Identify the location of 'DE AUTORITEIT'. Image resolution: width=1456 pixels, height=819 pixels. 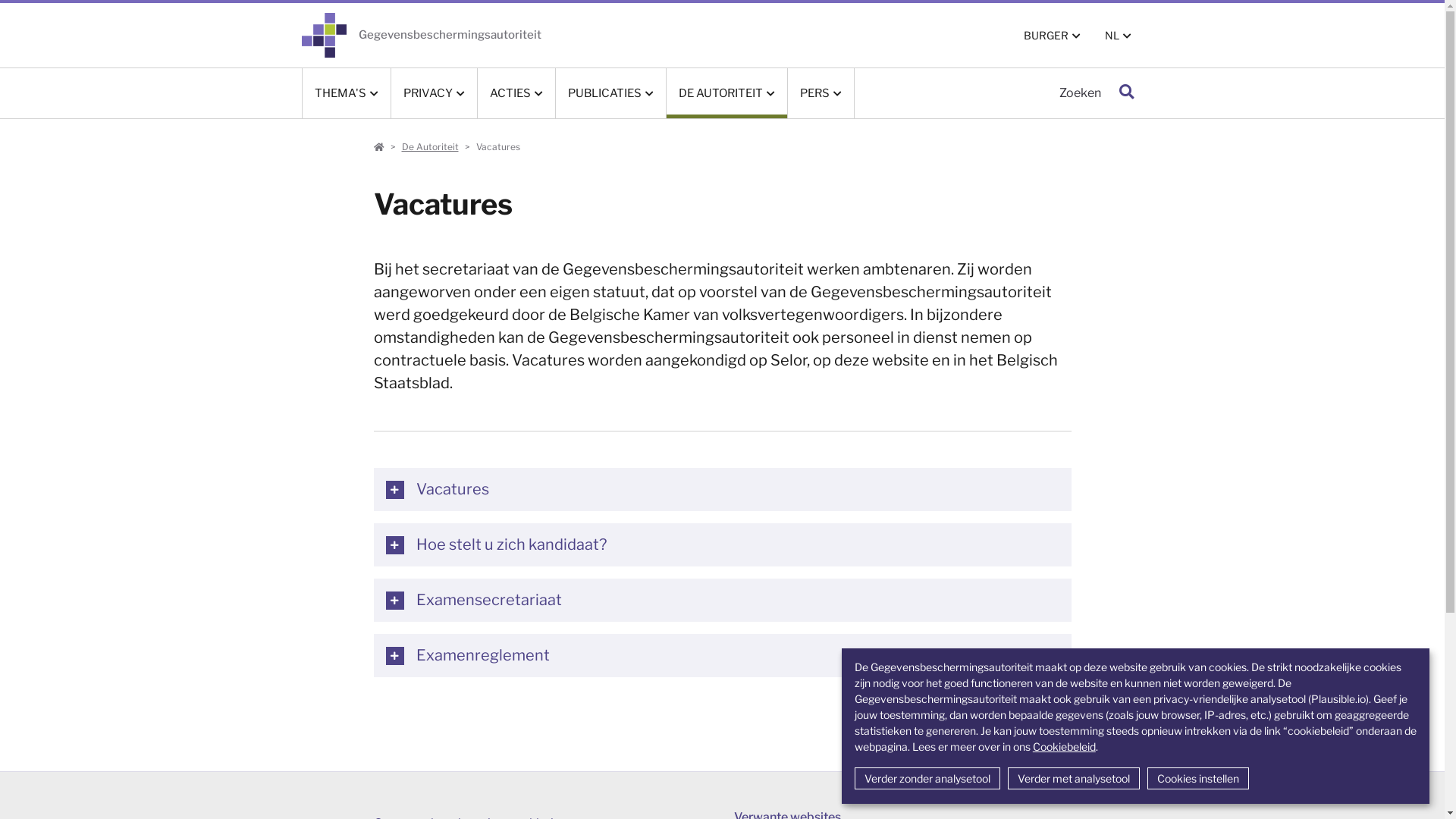
(725, 93).